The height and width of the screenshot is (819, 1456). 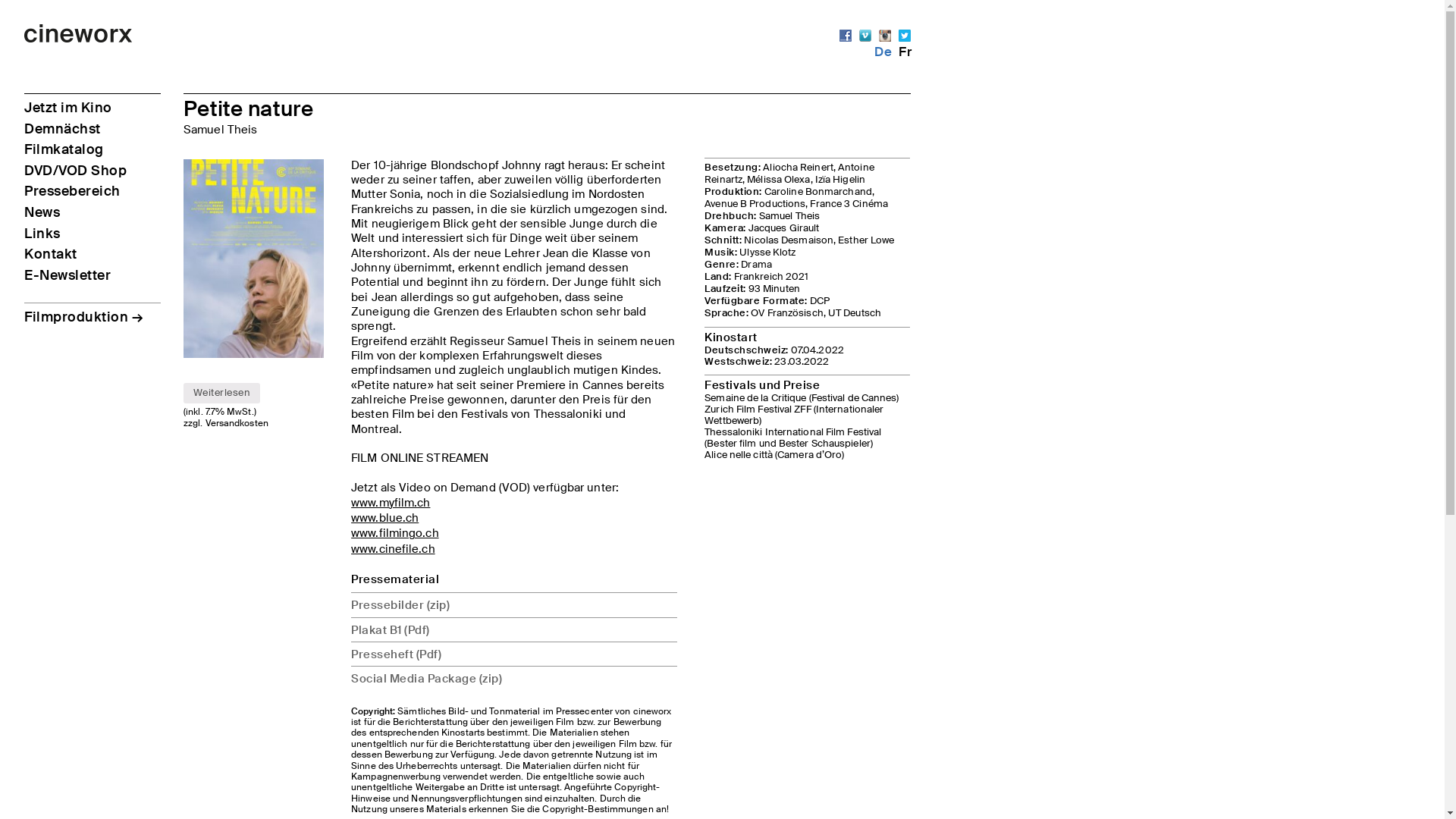 I want to click on ' Instagram', so click(x=884, y=34).